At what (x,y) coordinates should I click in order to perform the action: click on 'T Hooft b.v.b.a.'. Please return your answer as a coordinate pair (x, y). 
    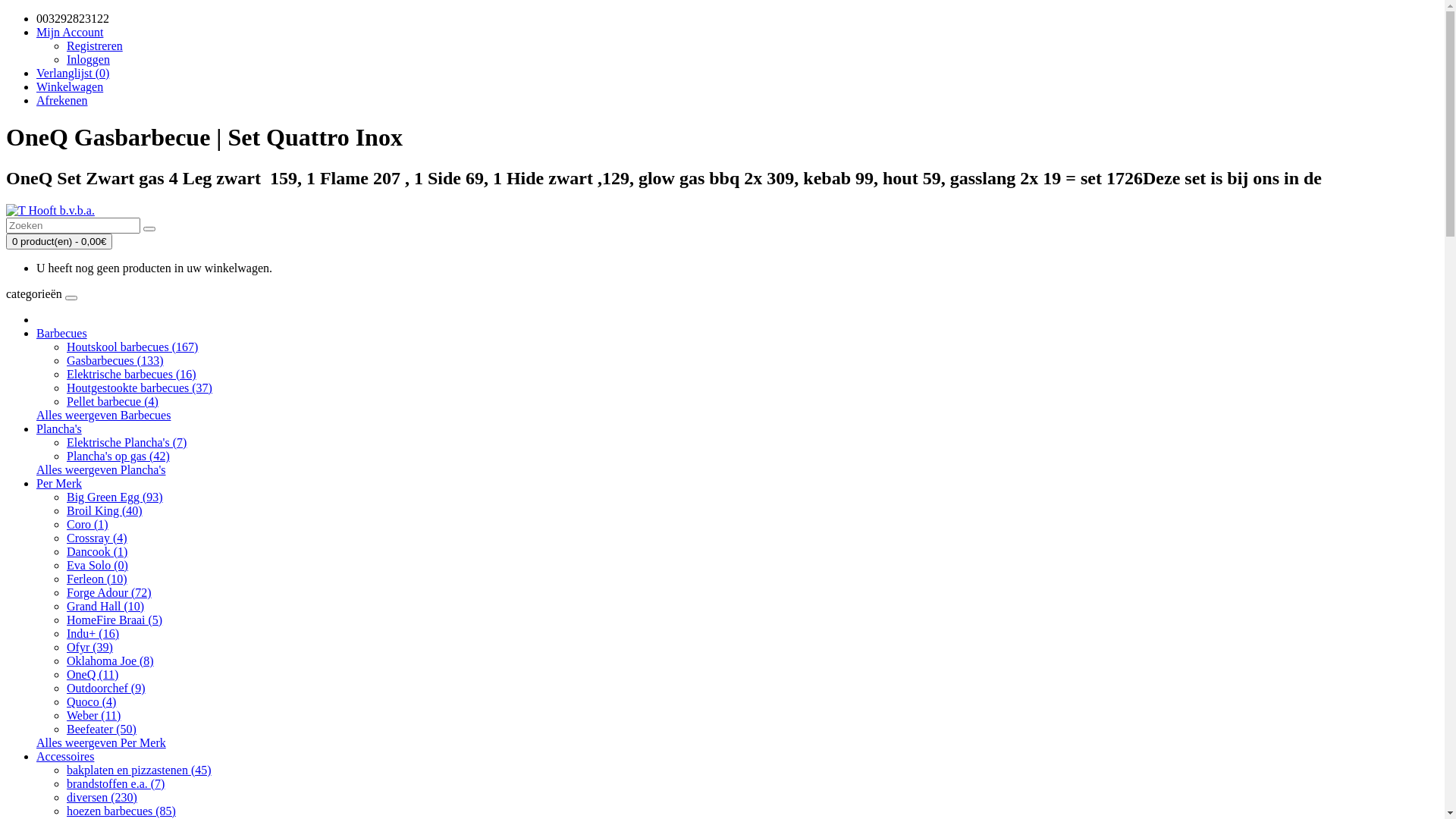
    Looking at the image, I should click on (50, 210).